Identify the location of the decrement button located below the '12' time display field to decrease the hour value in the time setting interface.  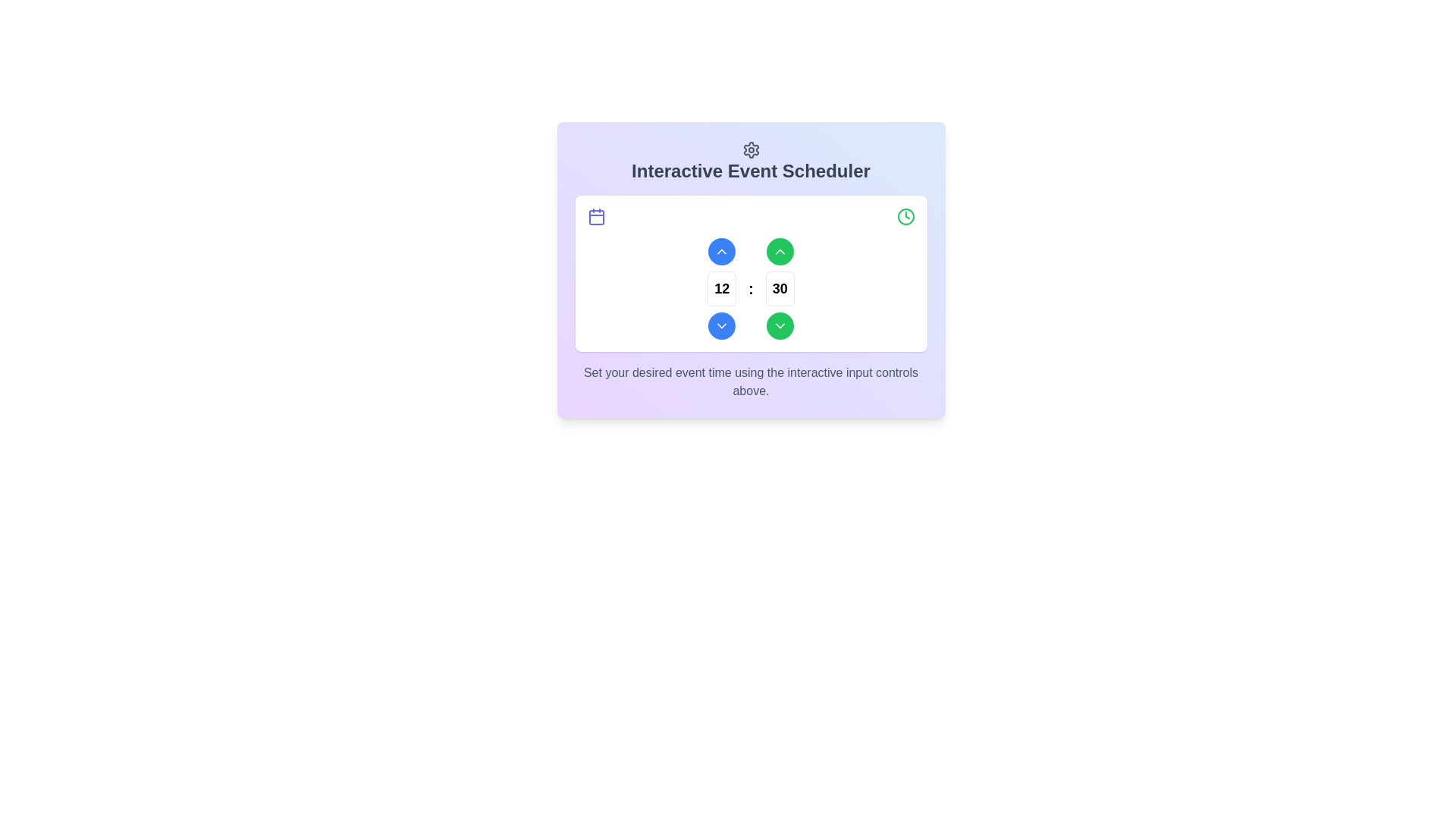
(721, 325).